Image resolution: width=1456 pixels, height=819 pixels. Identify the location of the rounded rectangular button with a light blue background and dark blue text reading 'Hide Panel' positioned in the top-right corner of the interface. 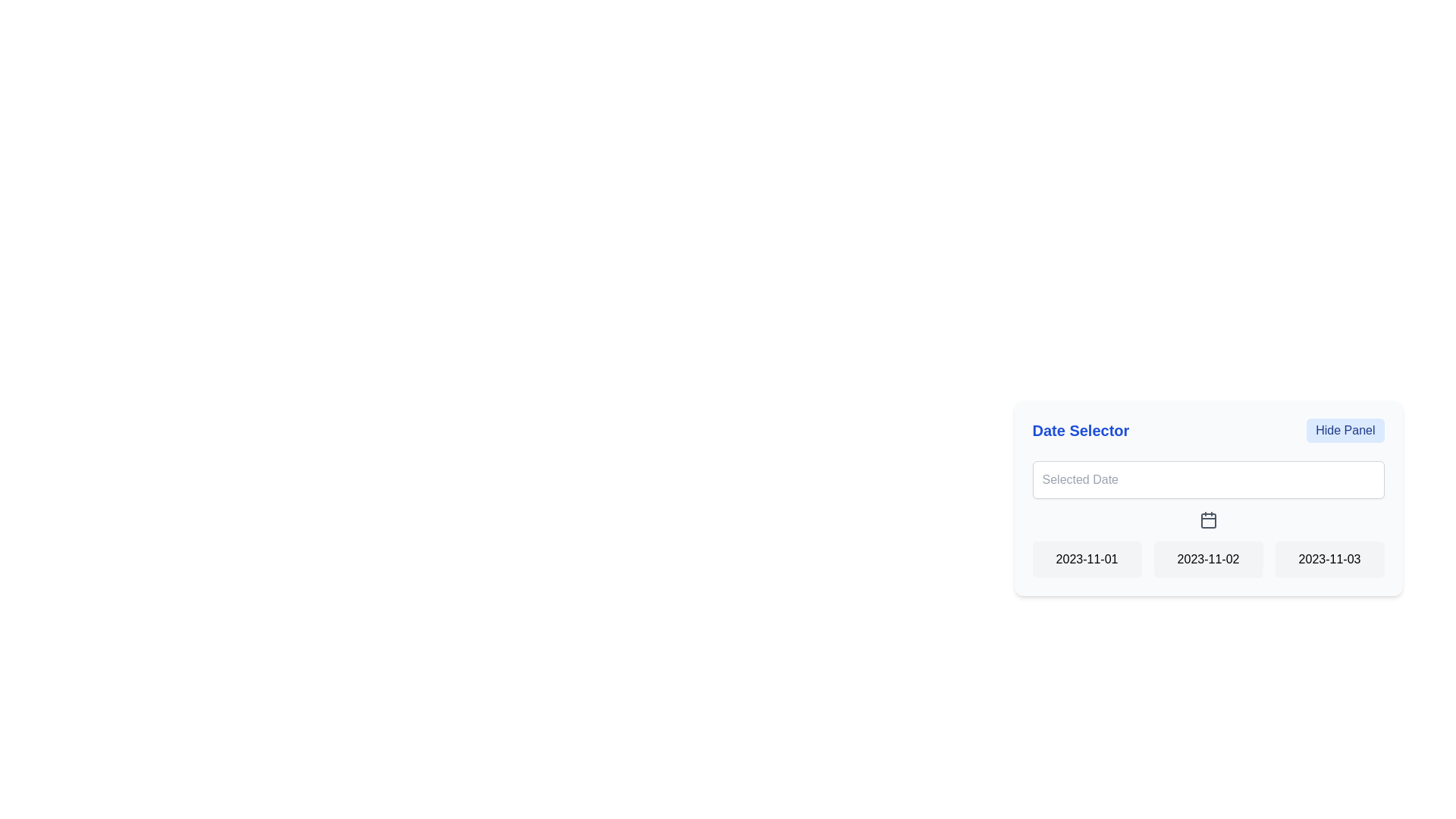
(1345, 430).